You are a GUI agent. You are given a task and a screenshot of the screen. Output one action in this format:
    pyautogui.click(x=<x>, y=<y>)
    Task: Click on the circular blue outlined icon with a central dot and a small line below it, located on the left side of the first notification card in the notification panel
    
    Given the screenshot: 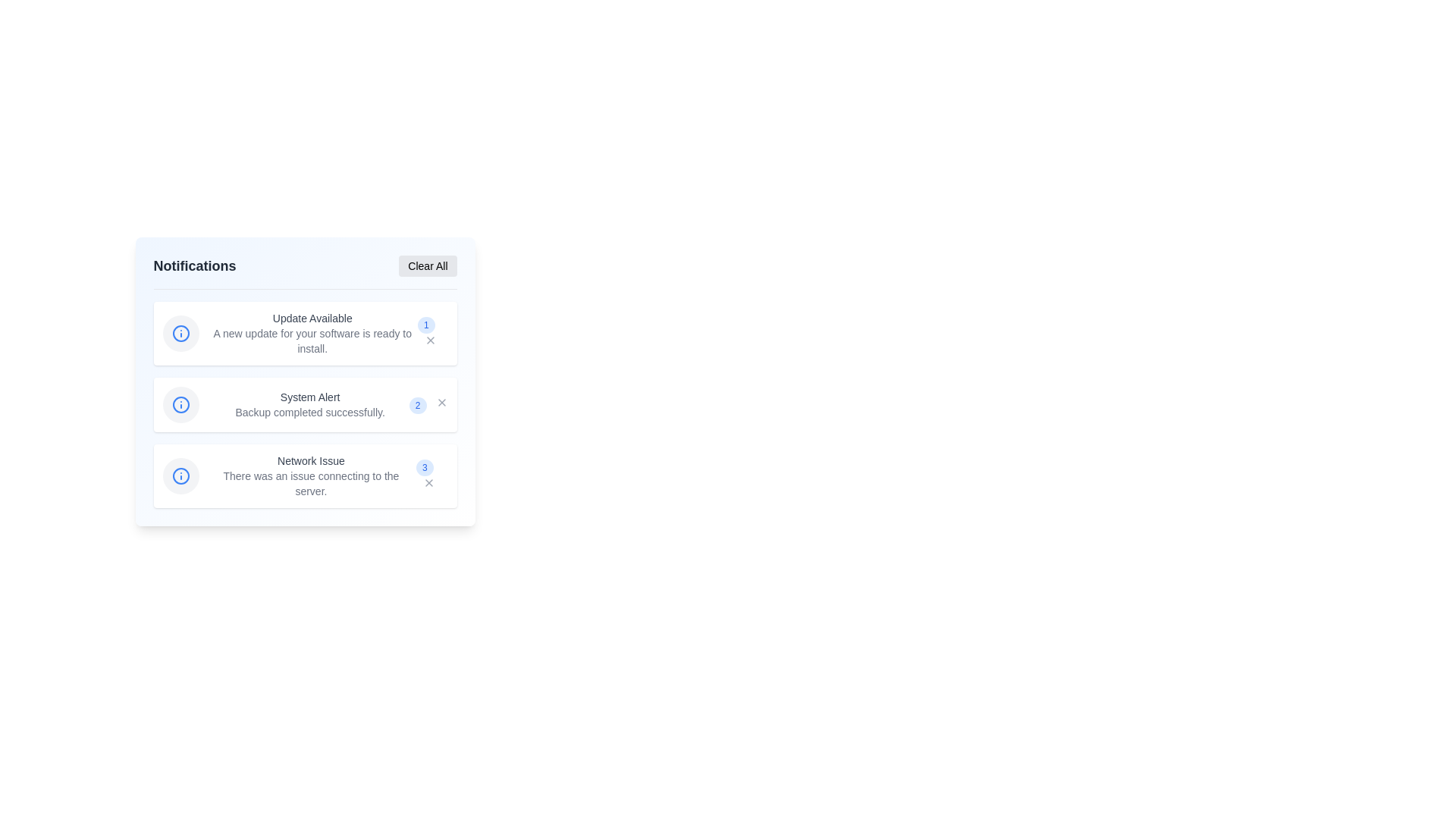 What is the action you would take?
    pyautogui.click(x=180, y=332)
    